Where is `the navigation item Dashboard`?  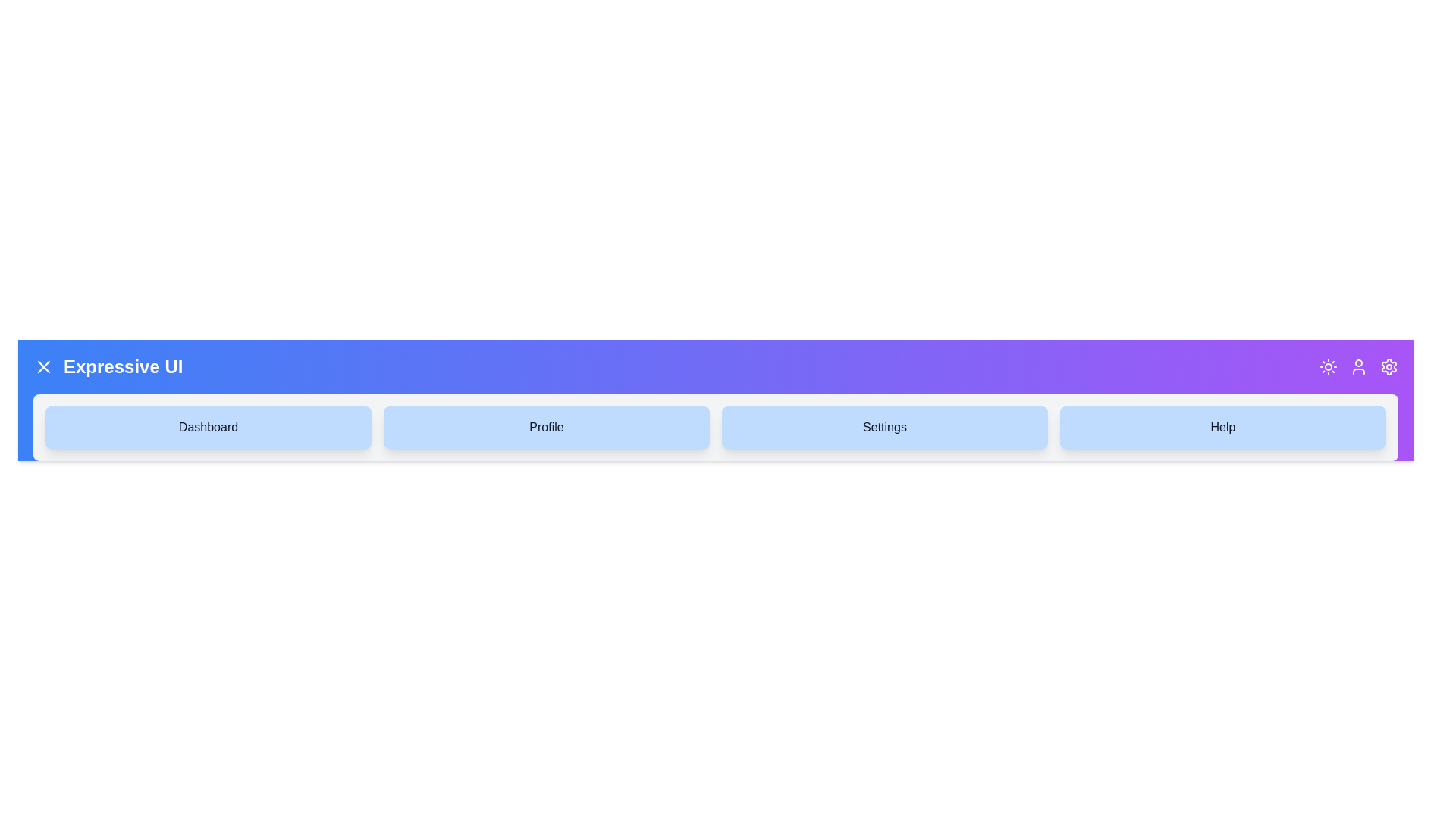 the navigation item Dashboard is located at coordinates (207, 427).